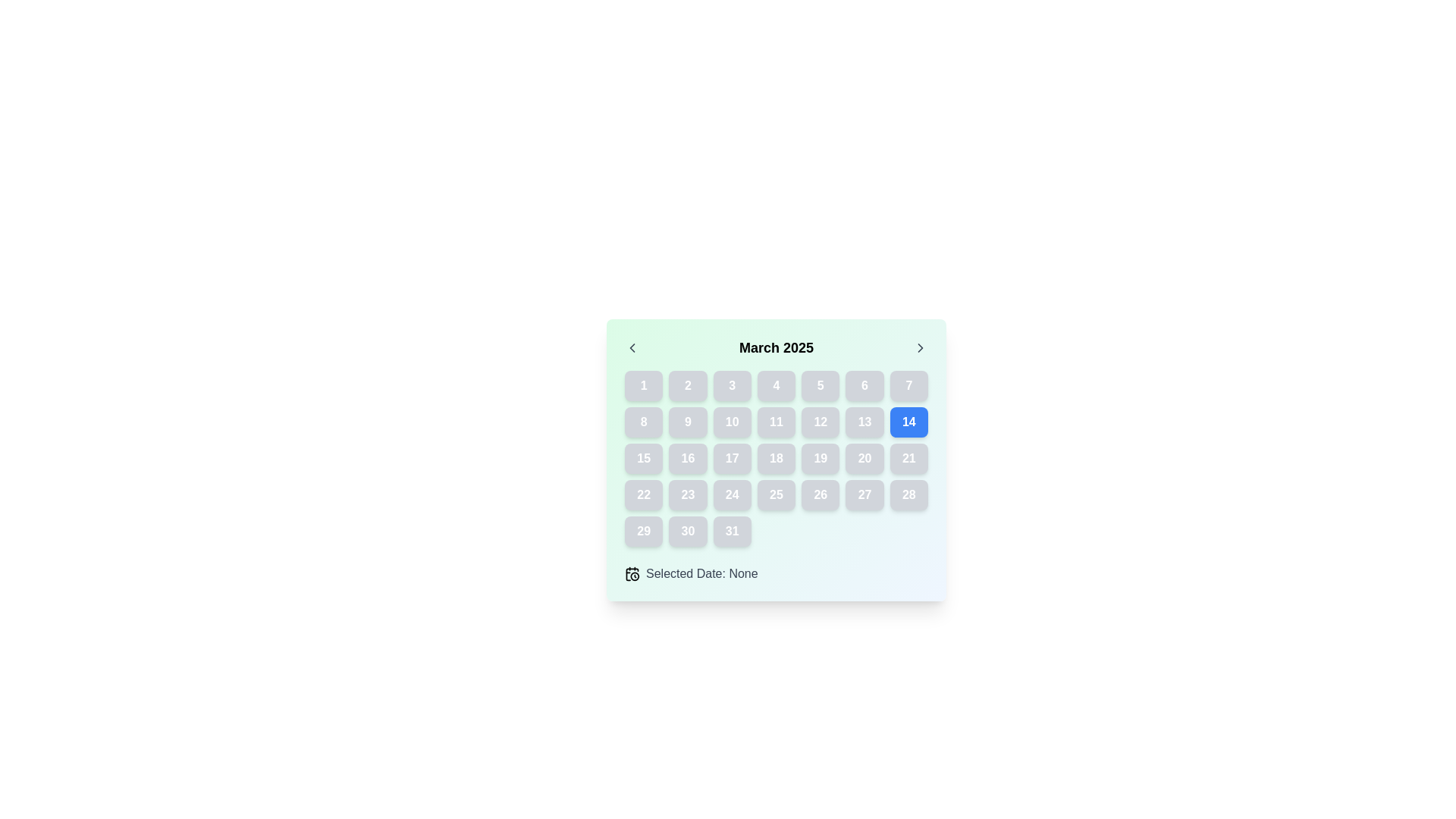 The image size is (1456, 819). Describe the element at coordinates (776, 348) in the screenshot. I see `the static text label displaying the current month and year at the top of the calendar interface` at that location.